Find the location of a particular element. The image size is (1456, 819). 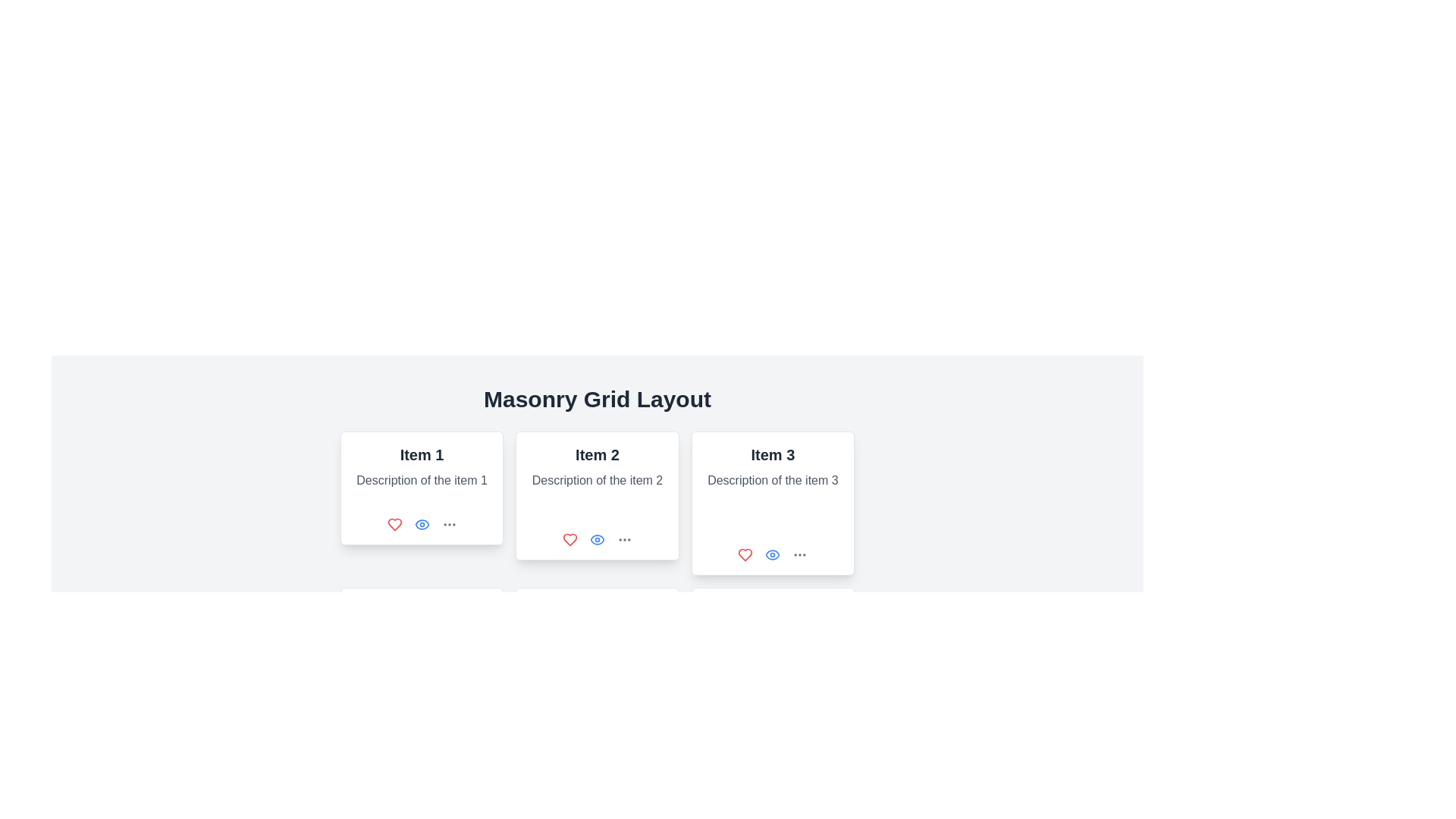

the third icon from the left in the interactive icons set at the bottom of 'Item 3' card to change its color is located at coordinates (799, 555).